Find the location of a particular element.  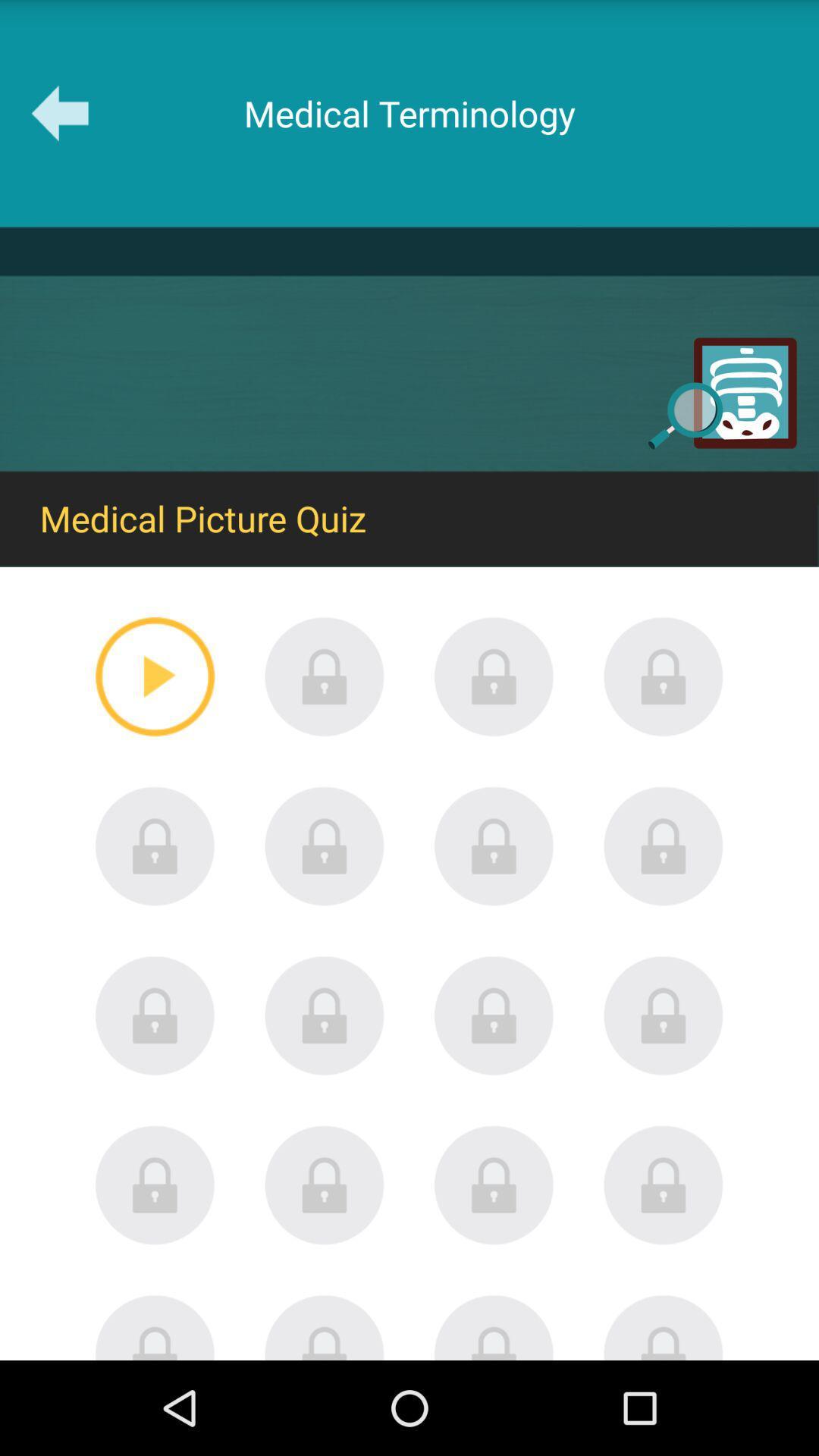

the second symbol in the second row from left is located at coordinates (324, 845).